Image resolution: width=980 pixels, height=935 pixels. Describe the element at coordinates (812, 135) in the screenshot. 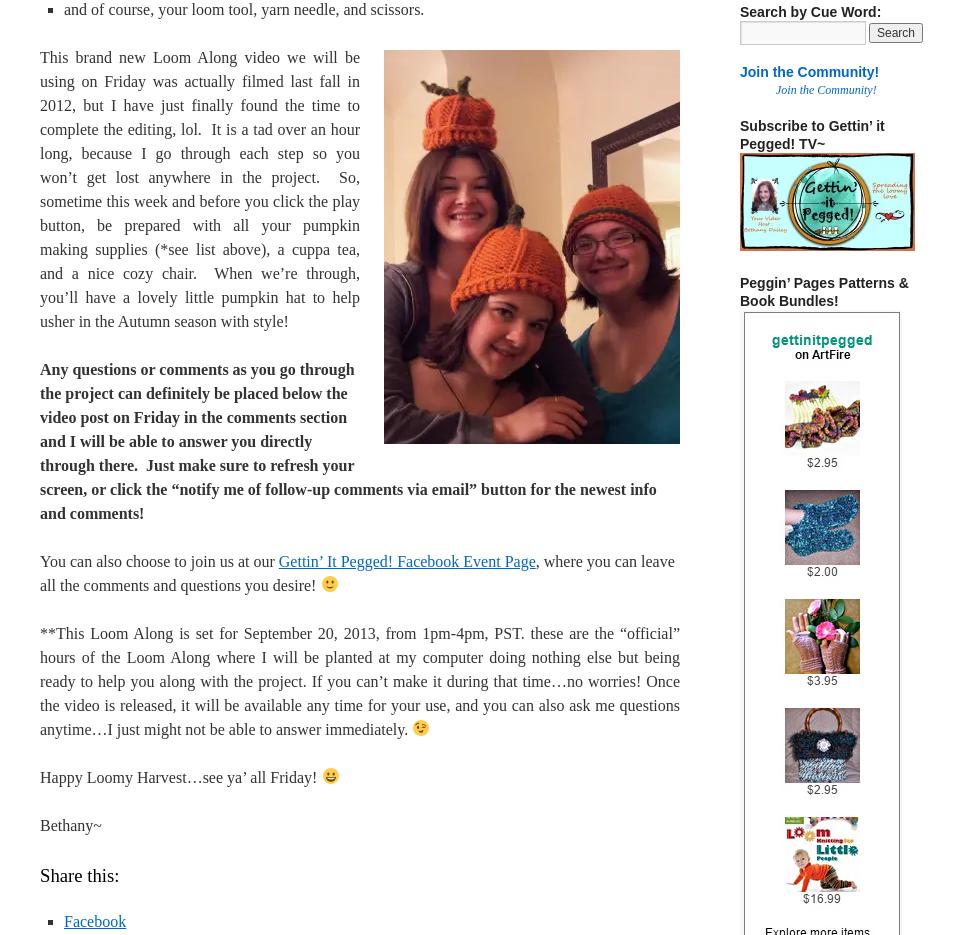

I see `'Subscribe to Gettin’ it Pegged! TV~'` at that location.